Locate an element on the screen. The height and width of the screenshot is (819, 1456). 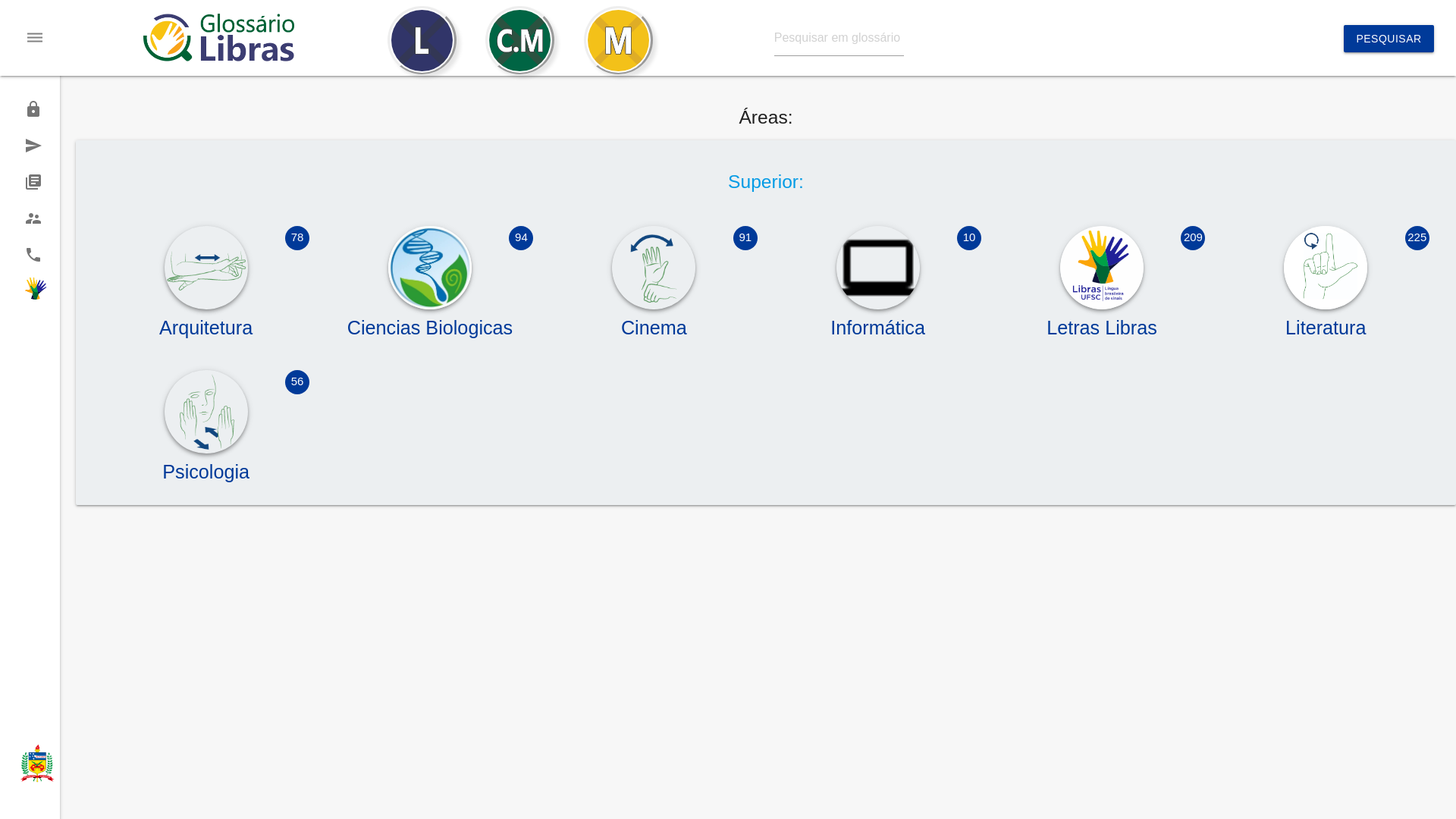
'supervisor_account is located at coordinates (30, 218).